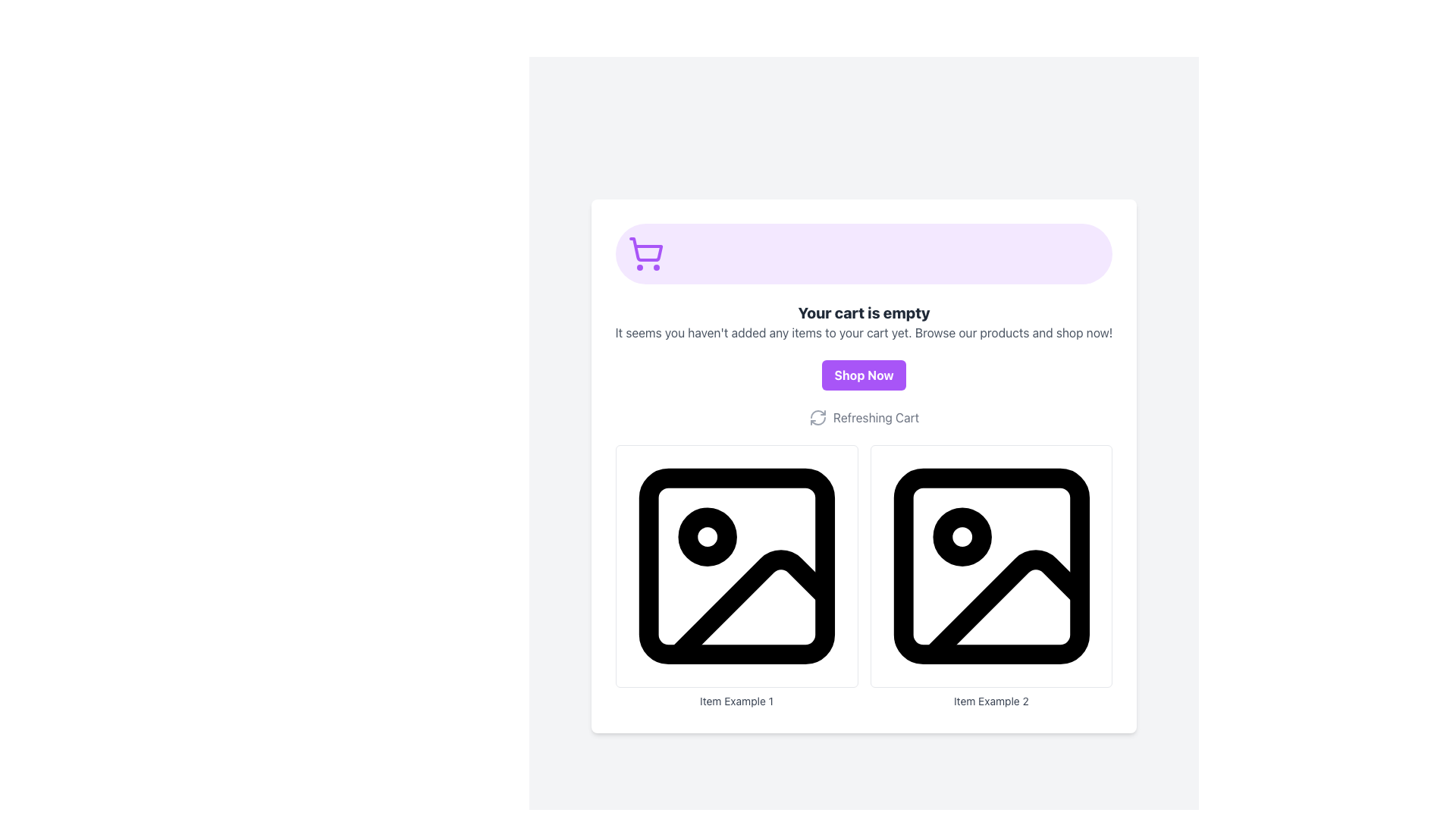 The height and width of the screenshot is (819, 1456). What do you see at coordinates (864, 418) in the screenshot?
I see `the cart-refreshing composite UI component that combines an icon and text, positioned below the 'Shop Now' button and above two item examples` at bounding box center [864, 418].